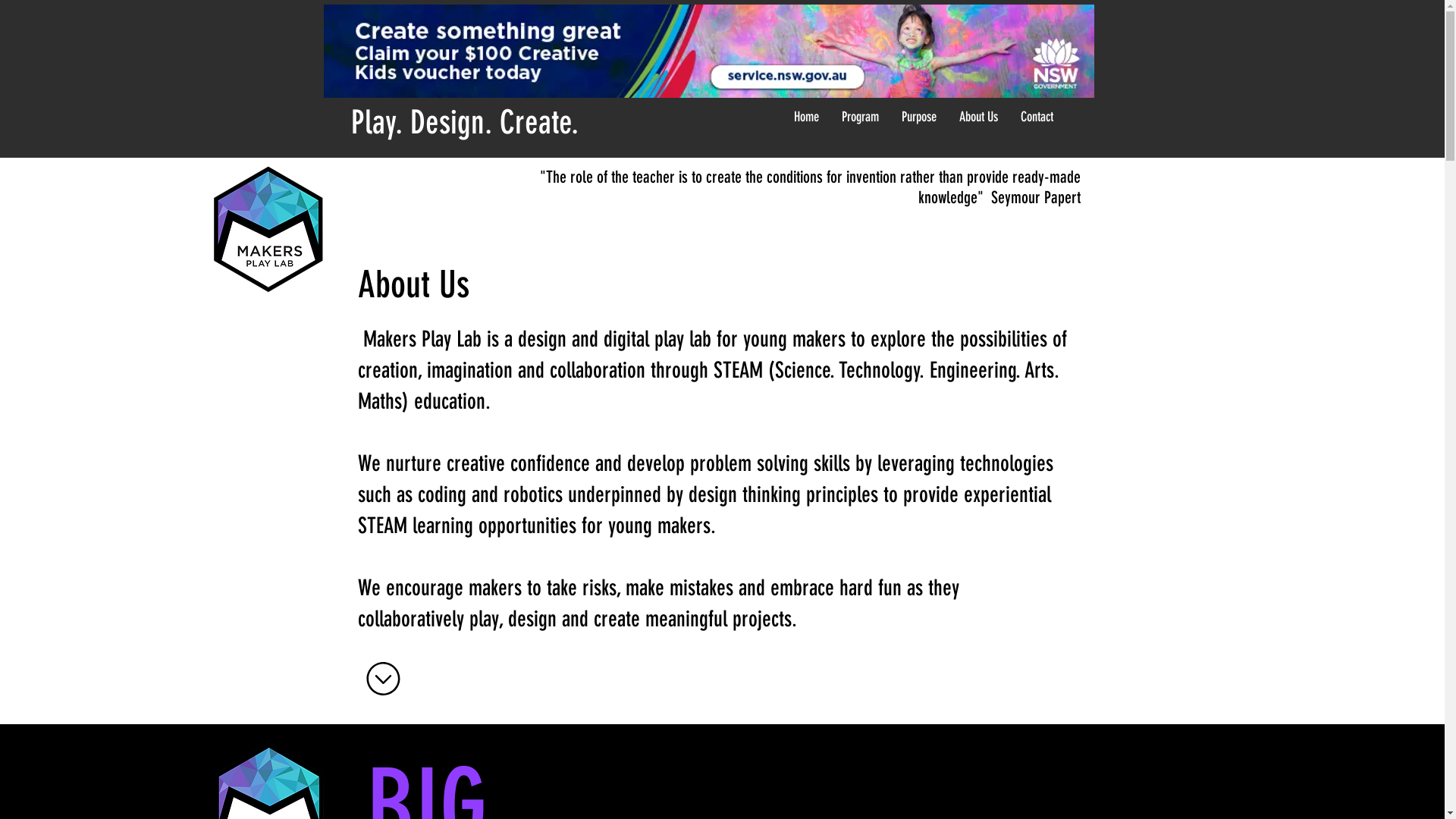 The height and width of the screenshot is (819, 1456). I want to click on 'Program', so click(859, 116).